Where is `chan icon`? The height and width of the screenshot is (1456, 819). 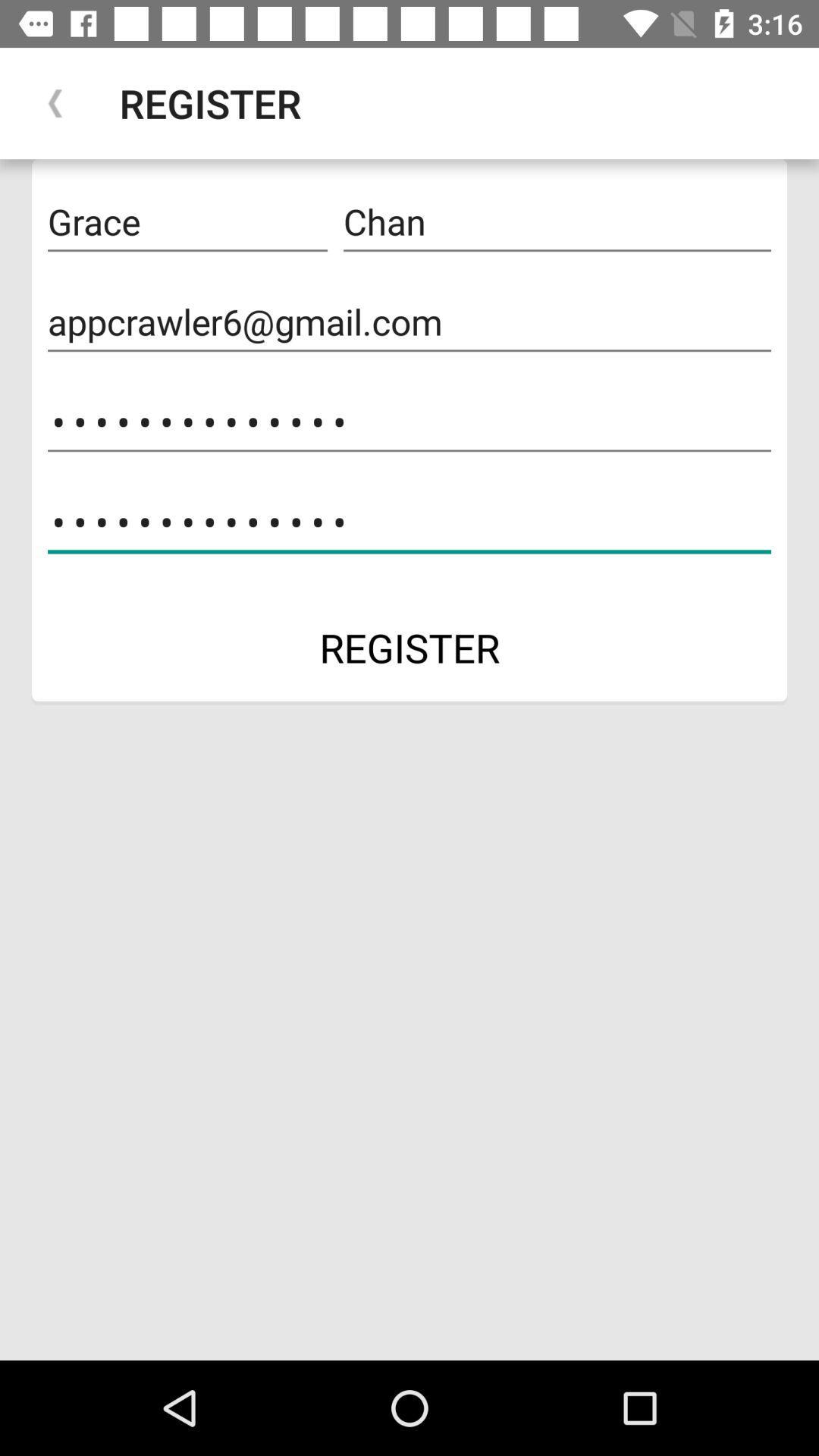
chan icon is located at coordinates (557, 221).